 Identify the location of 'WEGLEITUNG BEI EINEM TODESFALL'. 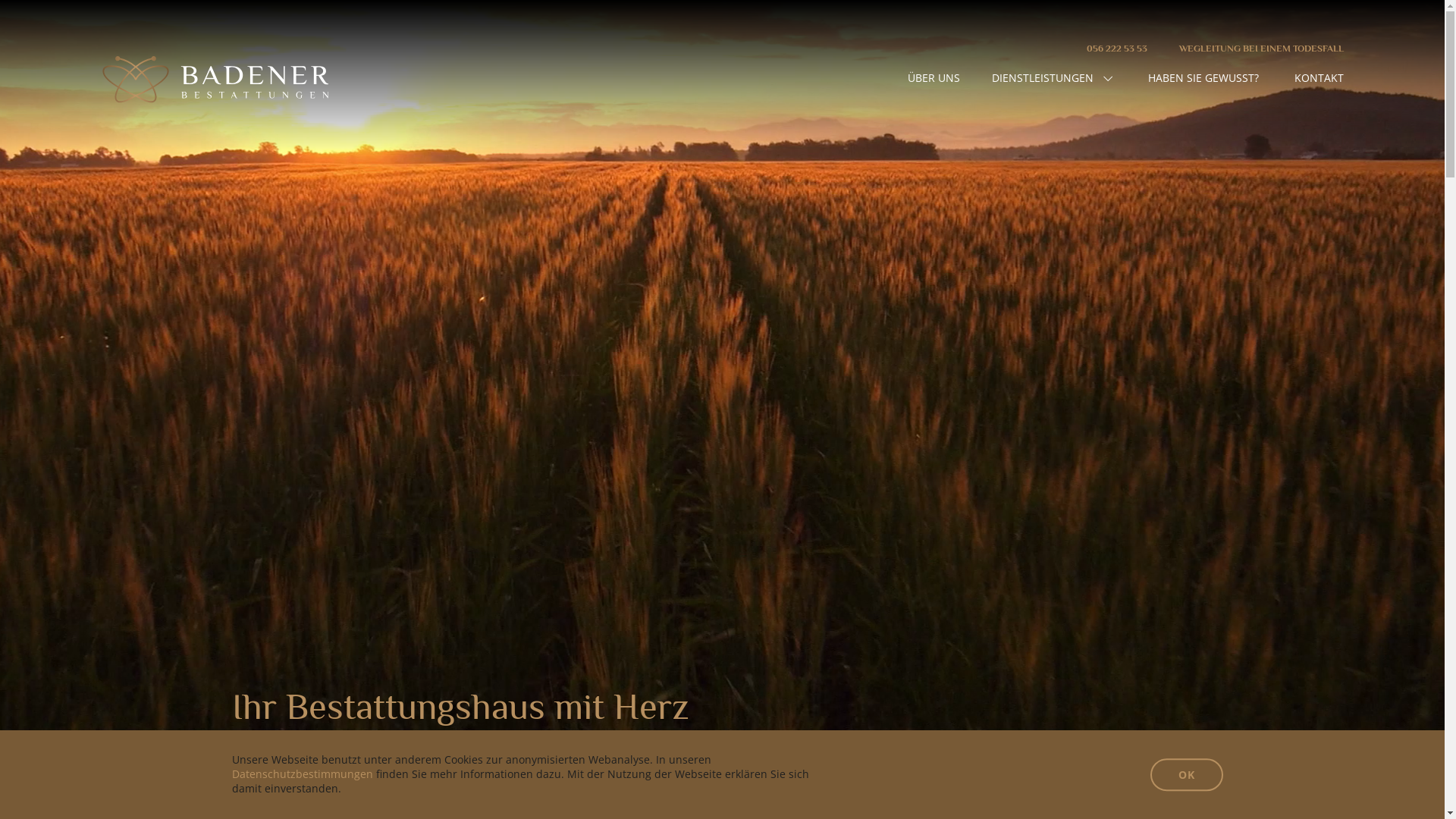
(1261, 48).